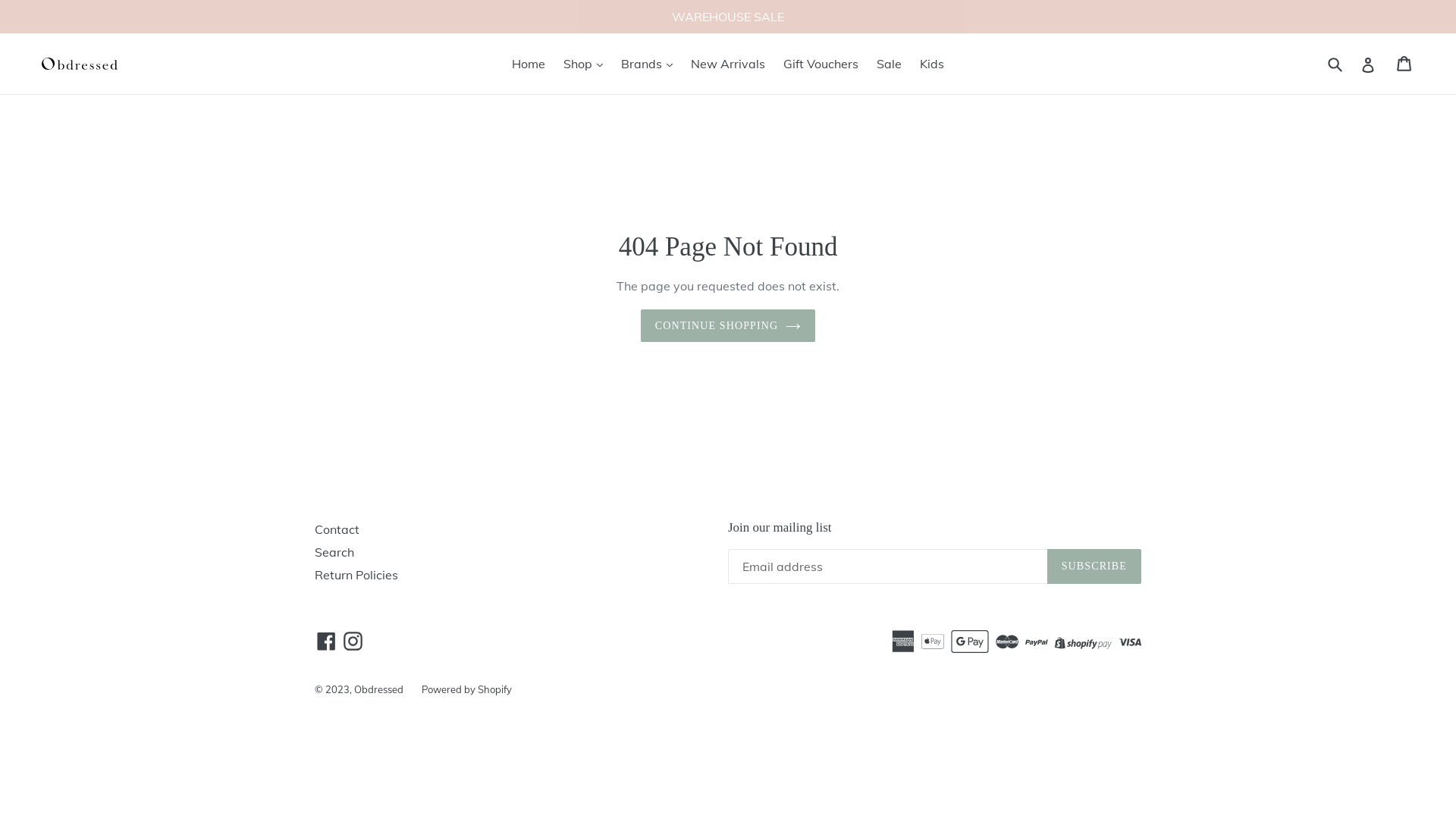 The height and width of the screenshot is (819, 1456). I want to click on 'Instagram', so click(352, 640).